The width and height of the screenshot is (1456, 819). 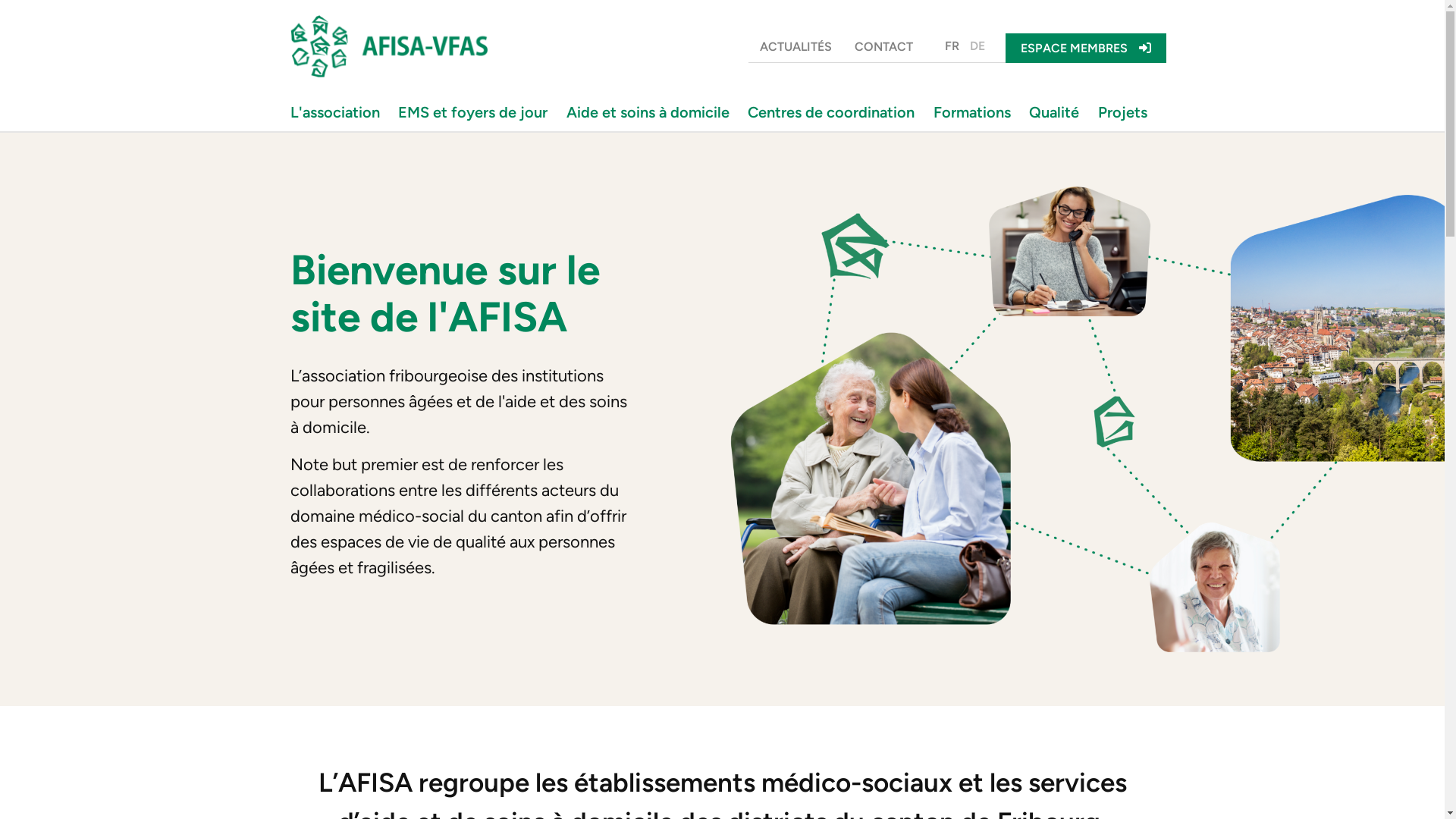 I want to click on 'Projets', so click(x=1125, y=111).